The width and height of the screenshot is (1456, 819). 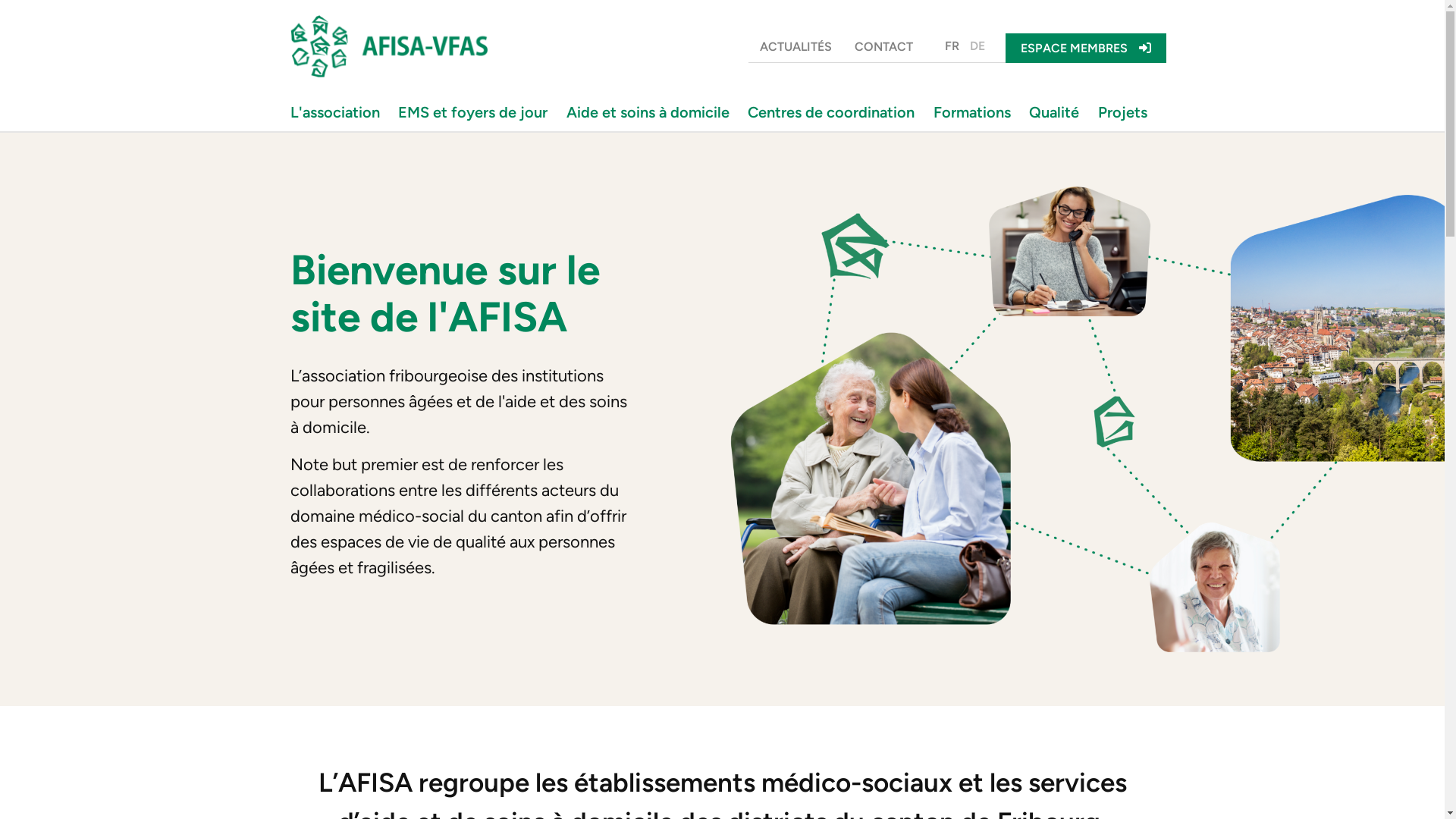 I want to click on 'Projets', so click(x=1125, y=111).